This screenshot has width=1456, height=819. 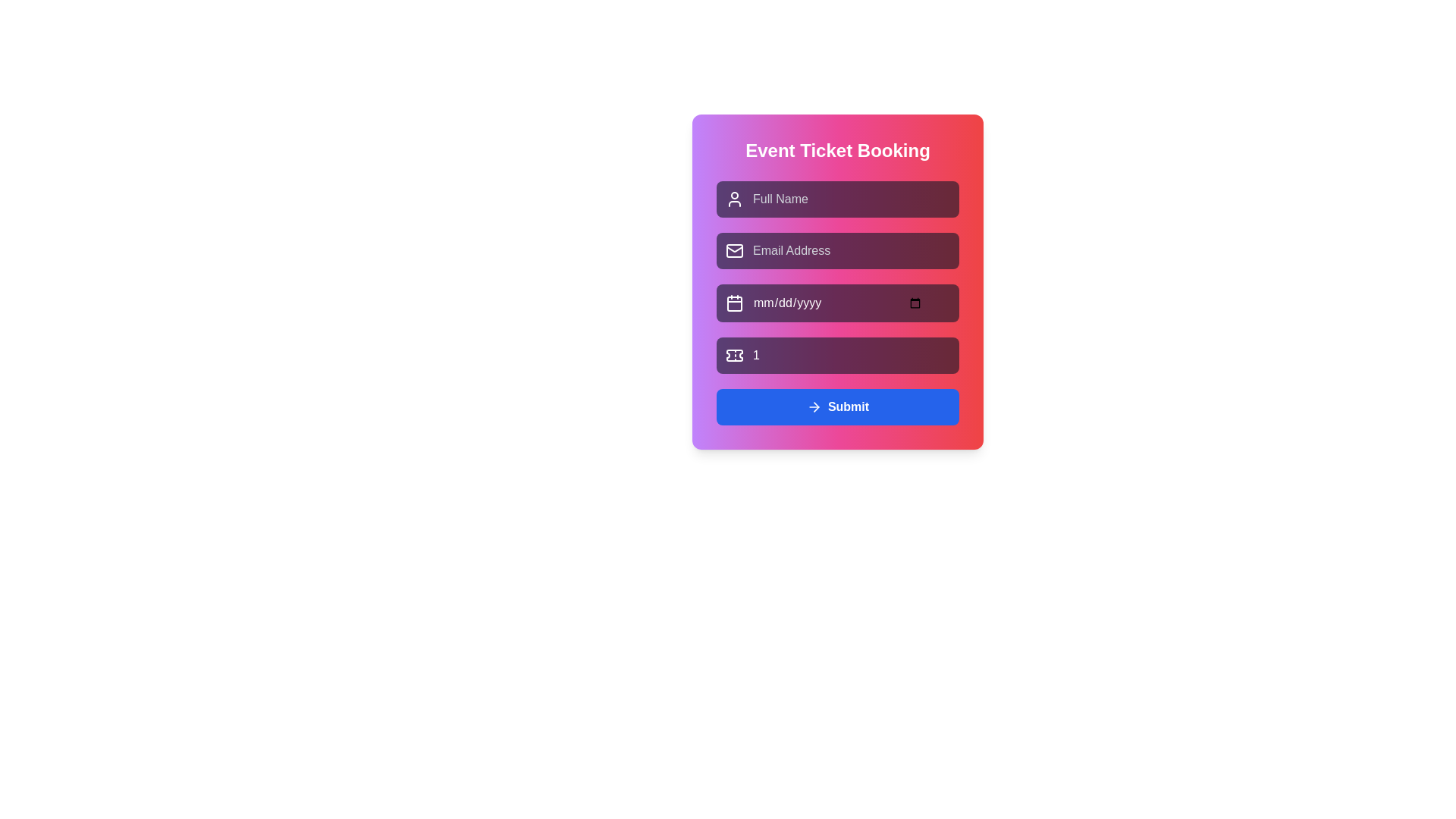 What do you see at coordinates (735, 250) in the screenshot?
I see `the mail icon styled as a line drawing of an envelope, which is positioned to the left of the 'Email Address' input field in the 'Event Ticket Booking' form` at bounding box center [735, 250].